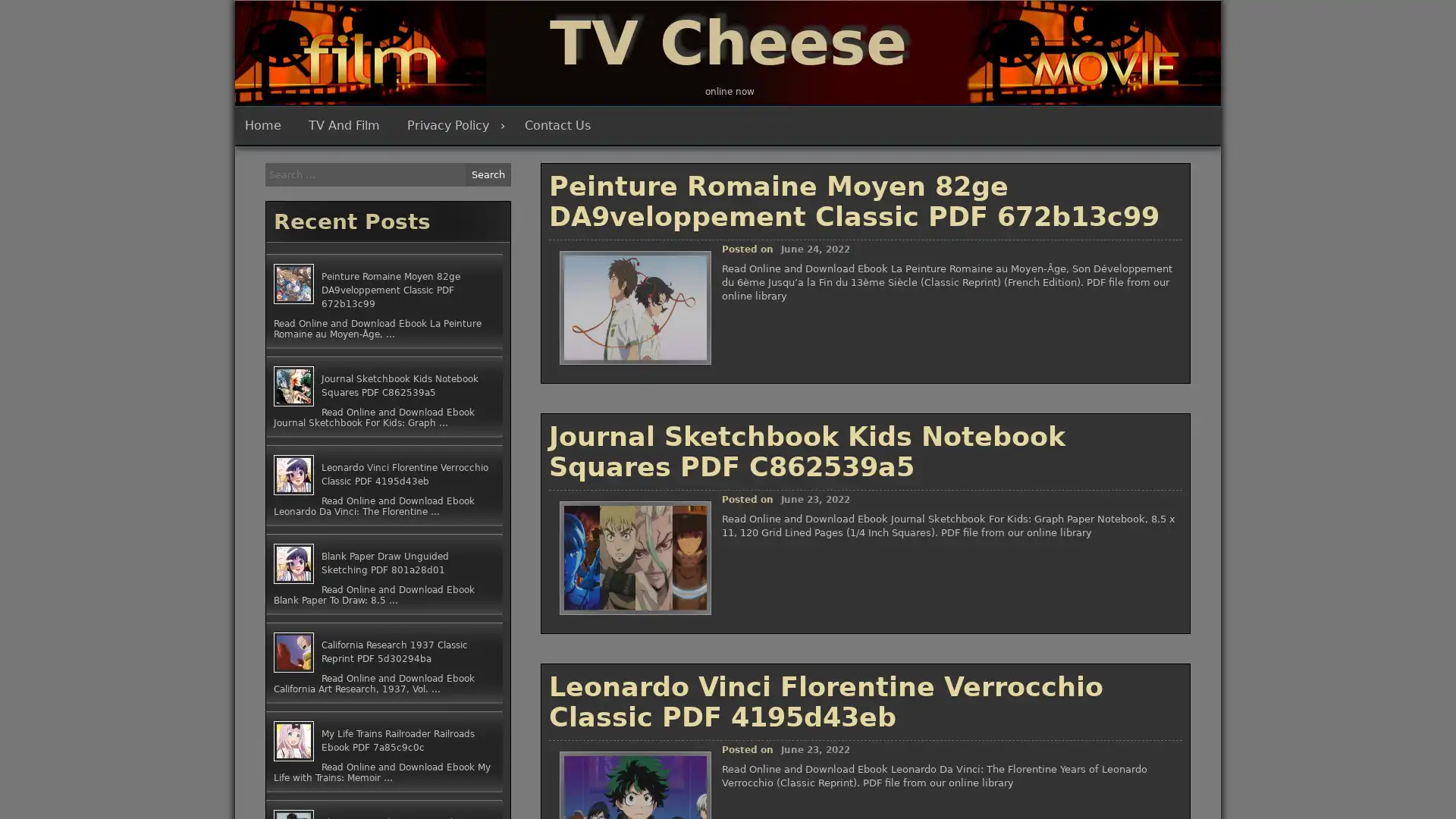 The width and height of the screenshot is (1456, 819). I want to click on Search, so click(488, 174).